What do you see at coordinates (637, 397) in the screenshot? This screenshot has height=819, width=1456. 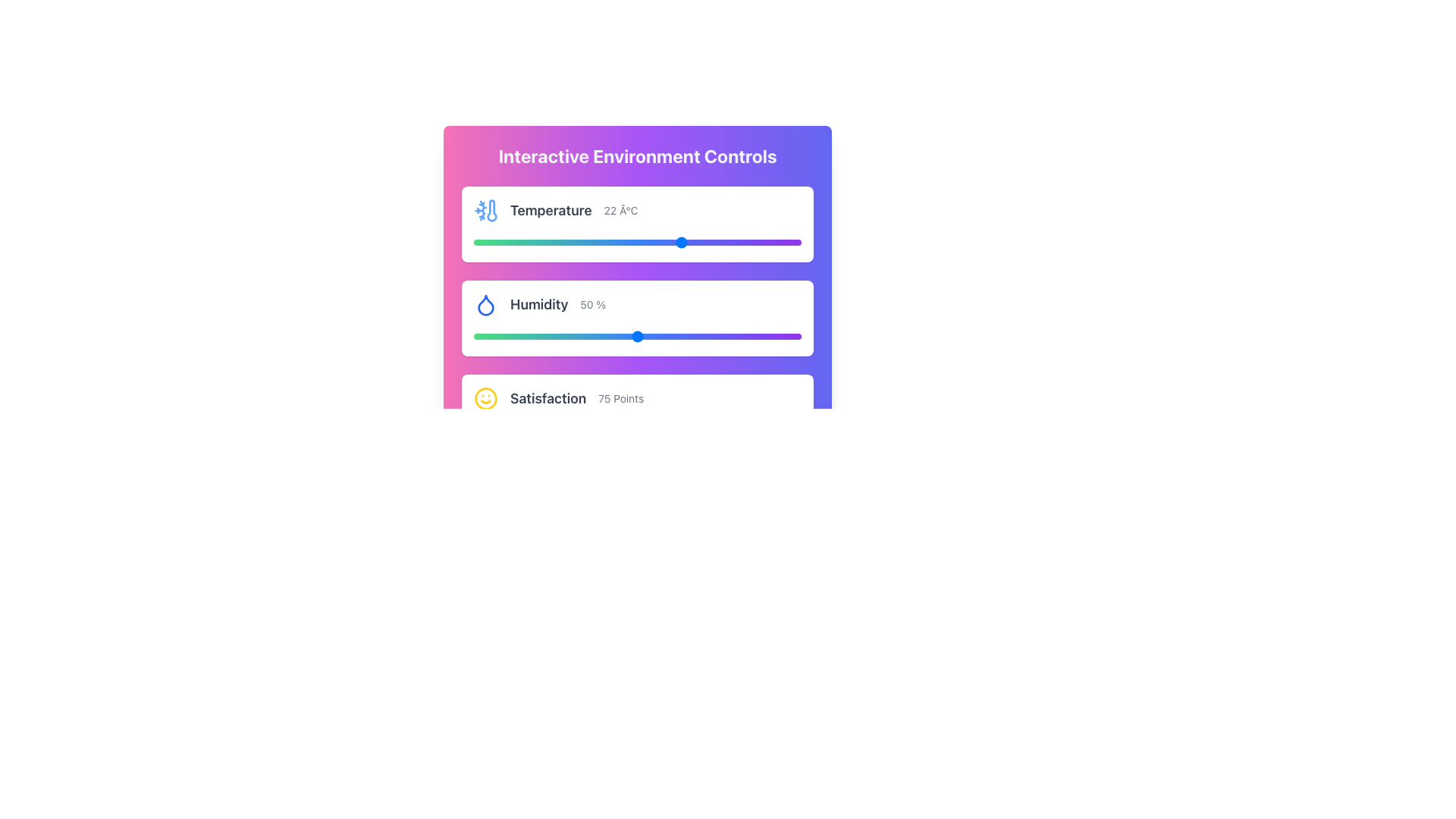 I see `displayed information from the Informational Section that shows a smiley icon, the text 'Satisfaction', and '75 Points'` at bounding box center [637, 397].